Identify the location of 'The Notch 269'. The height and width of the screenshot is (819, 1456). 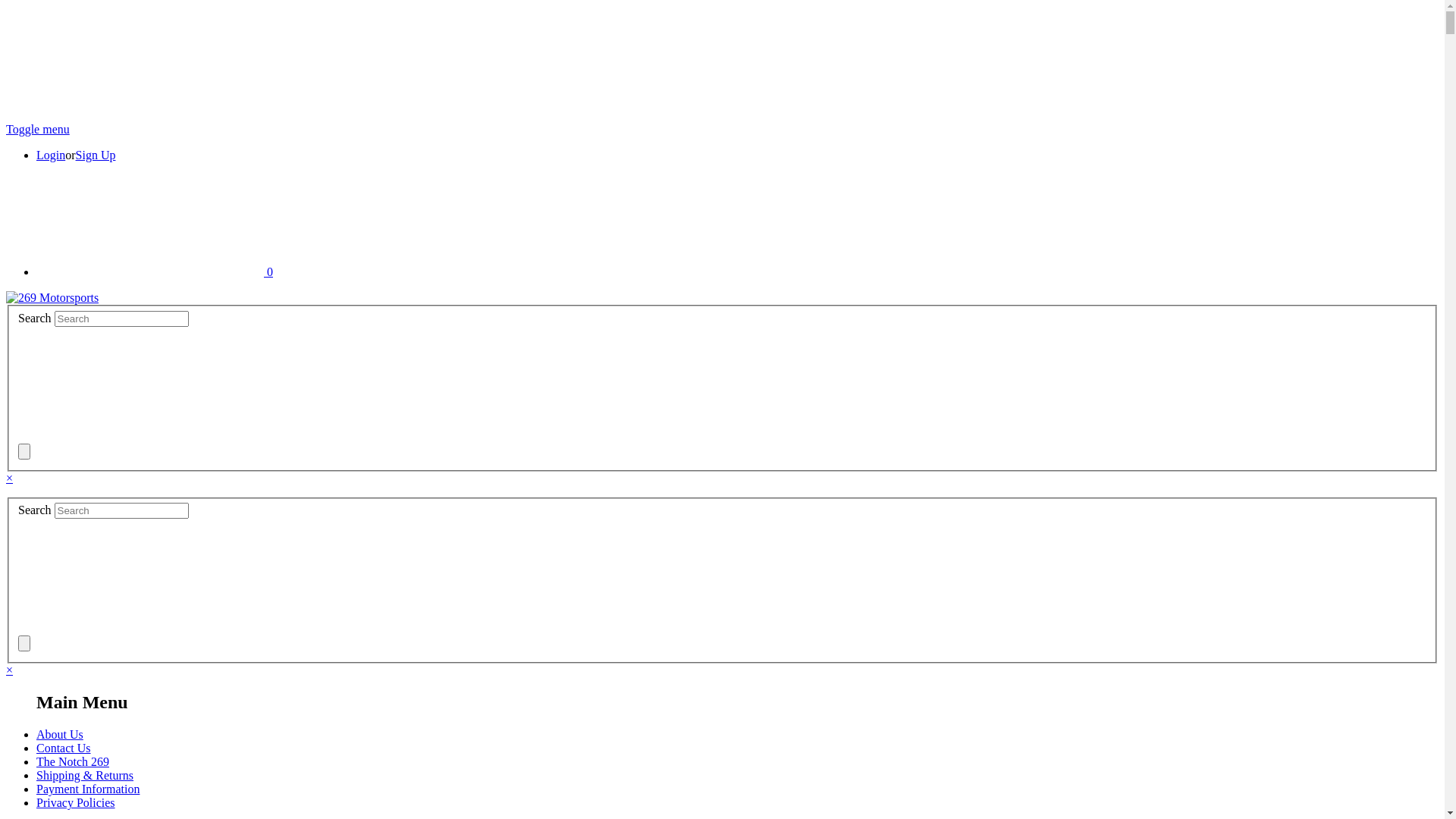
(72, 761).